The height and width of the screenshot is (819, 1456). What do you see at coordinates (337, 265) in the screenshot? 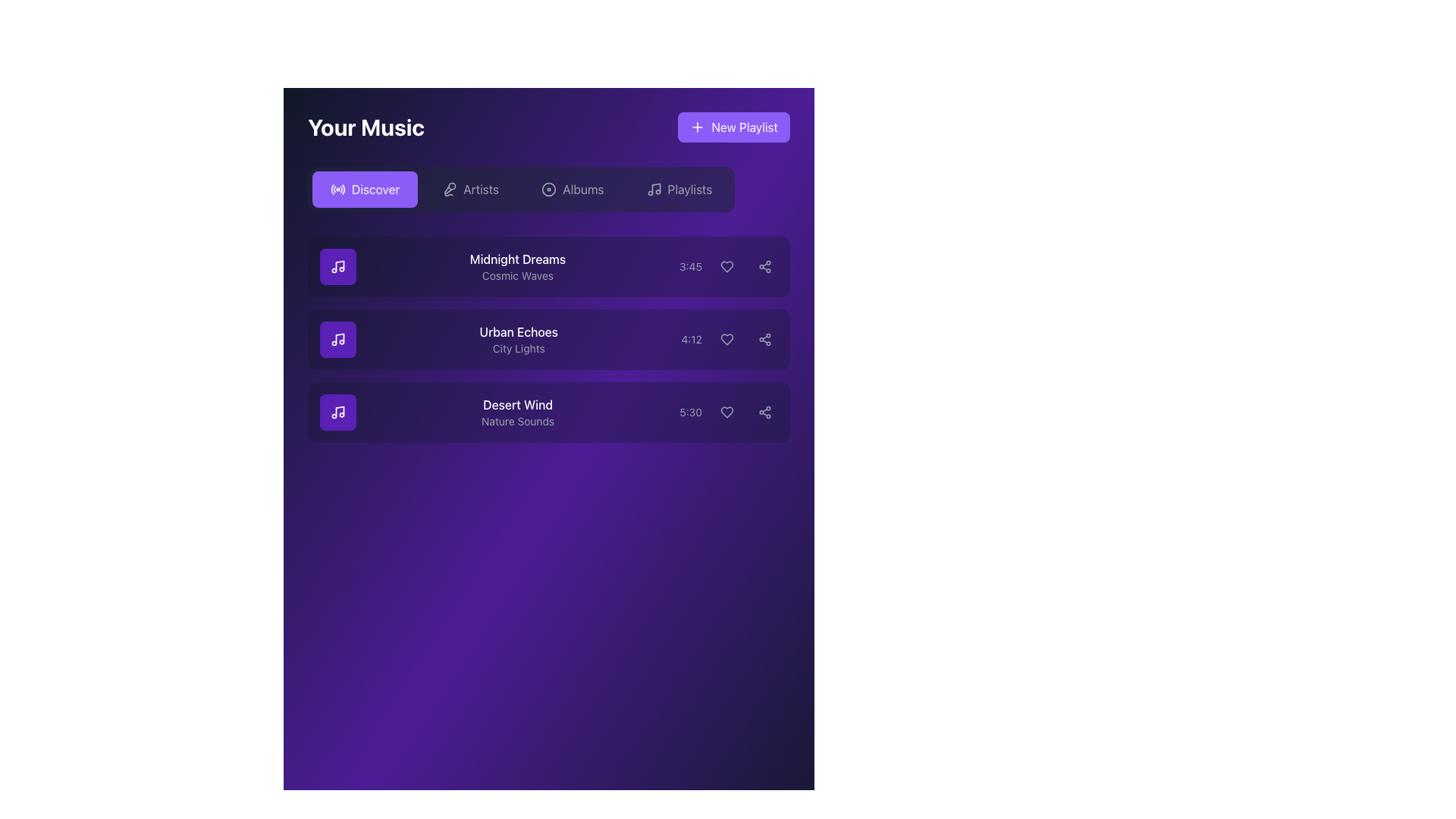
I see `the small music icon styled with a musical note symbol located in the first music card next to the text 'Midnight Dreams' and 'Cosmic Waves'` at bounding box center [337, 265].